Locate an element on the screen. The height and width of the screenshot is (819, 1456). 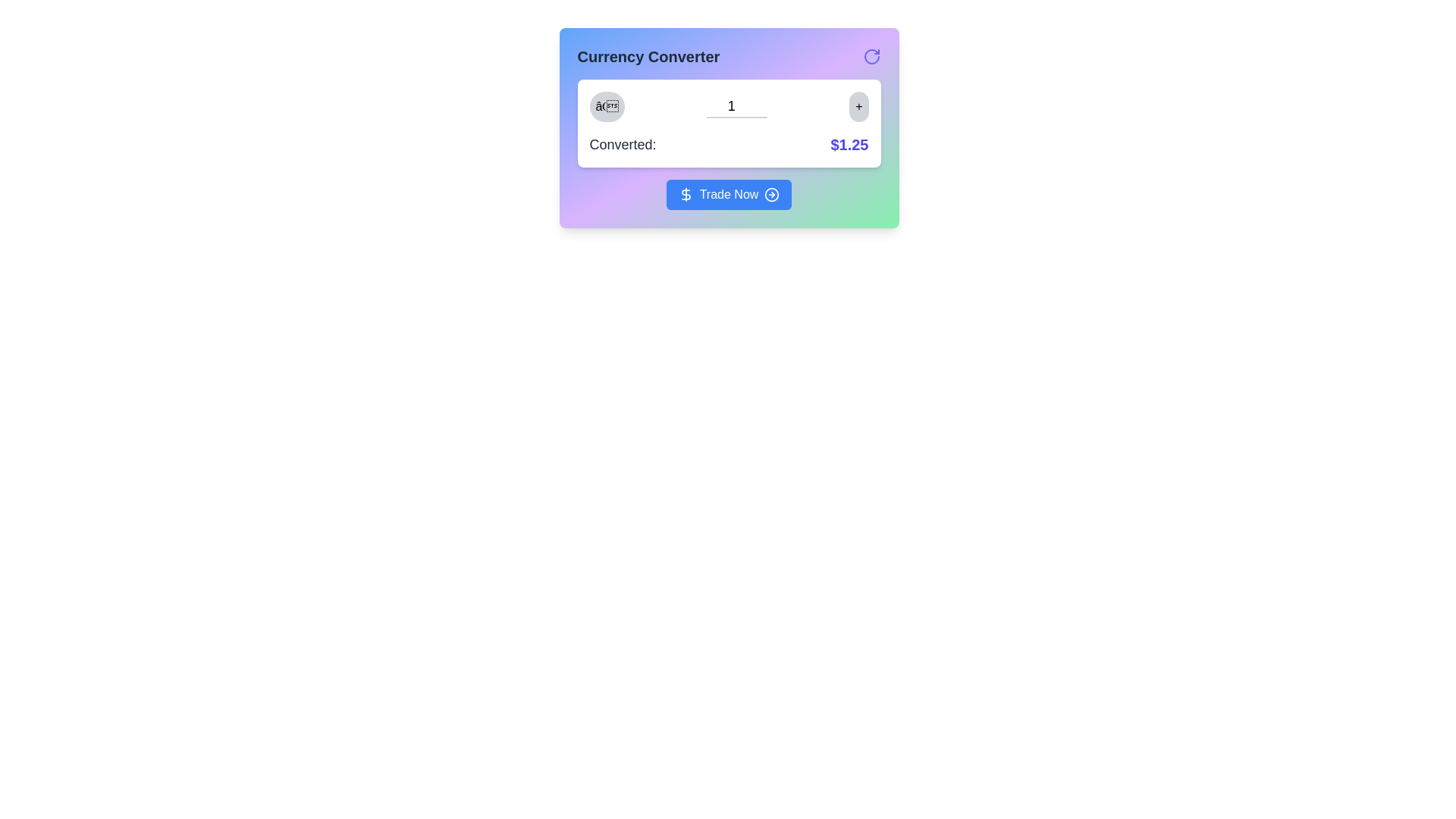
the blue rectangular button with rounded corners that reads 'Trade Now' is located at coordinates (729, 194).